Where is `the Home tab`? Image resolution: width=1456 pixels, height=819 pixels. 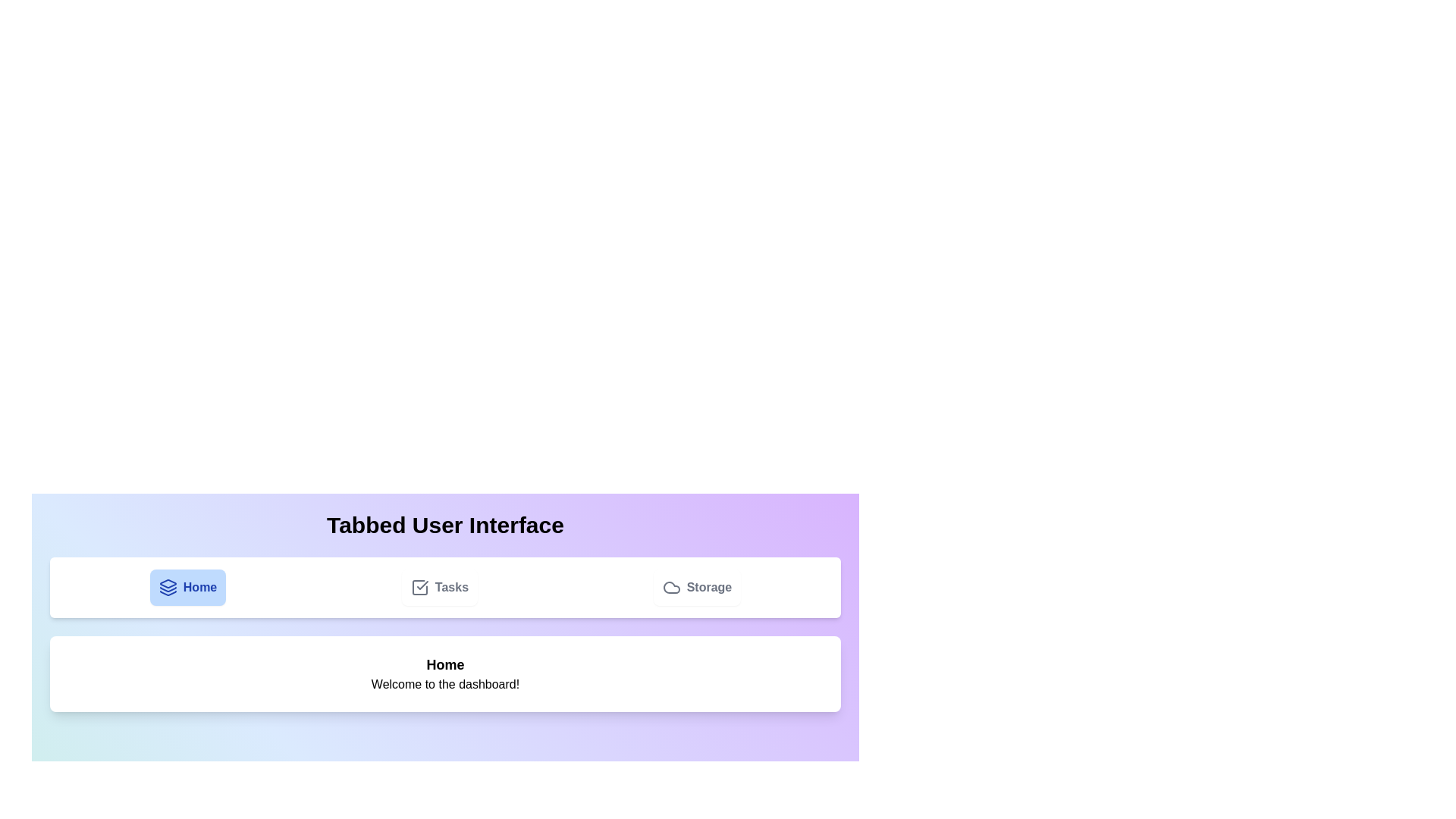 the Home tab is located at coordinates (187, 587).